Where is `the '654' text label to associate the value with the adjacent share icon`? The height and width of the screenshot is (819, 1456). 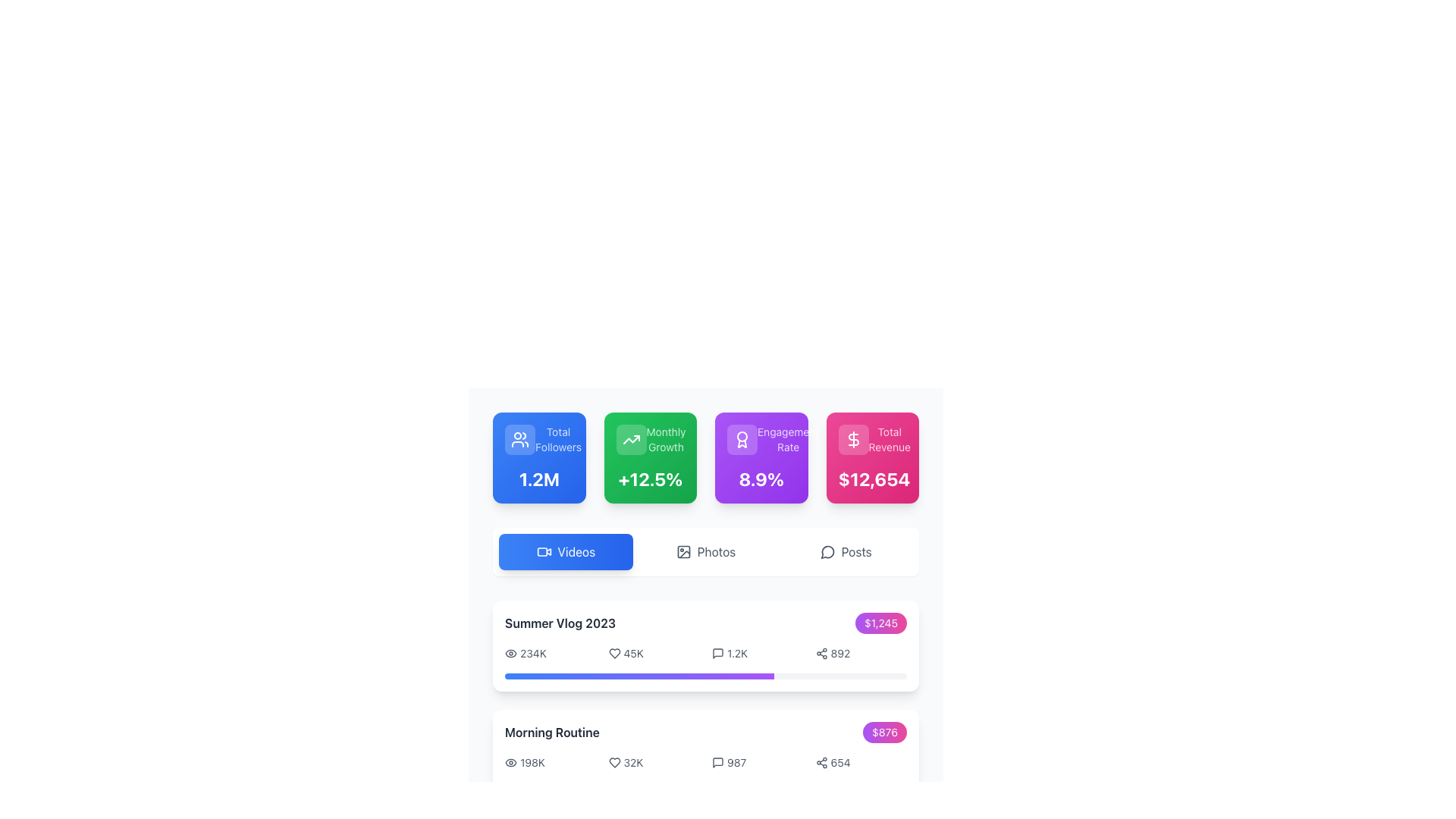 the '654' text label to associate the value with the adjacent share icon is located at coordinates (839, 763).